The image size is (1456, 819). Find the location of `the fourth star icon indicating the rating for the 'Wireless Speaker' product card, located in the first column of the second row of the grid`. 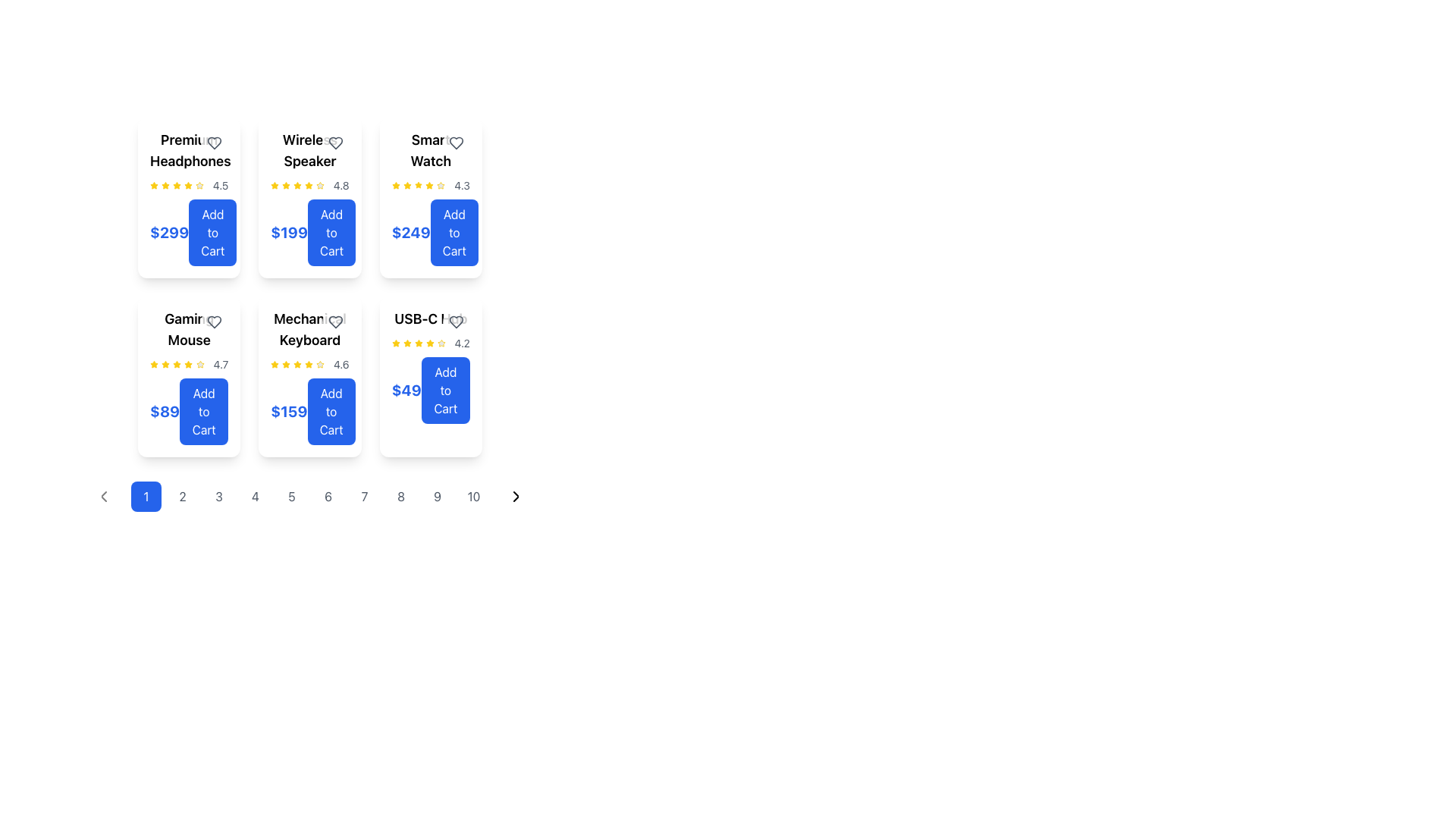

the fourth star icon indicating the rating for the 'Wireless Speaker' product card, located in the first column of the second row of the grid is located at coordinates (297, 185).